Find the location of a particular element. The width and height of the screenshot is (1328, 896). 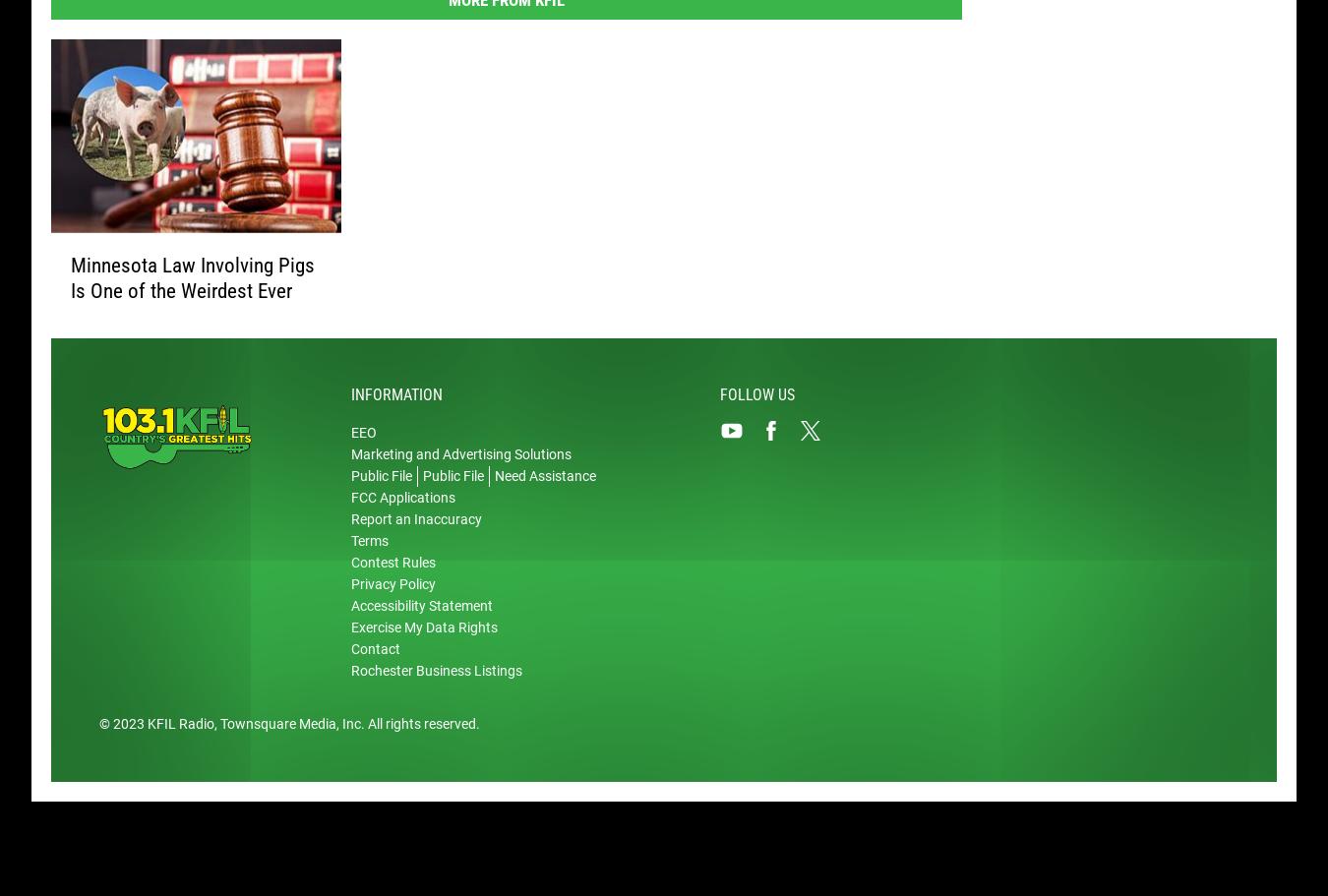

'Minnesota Law Involving Pigs Is One of the Weirdest Ever' is located at coordinates (193, 279).